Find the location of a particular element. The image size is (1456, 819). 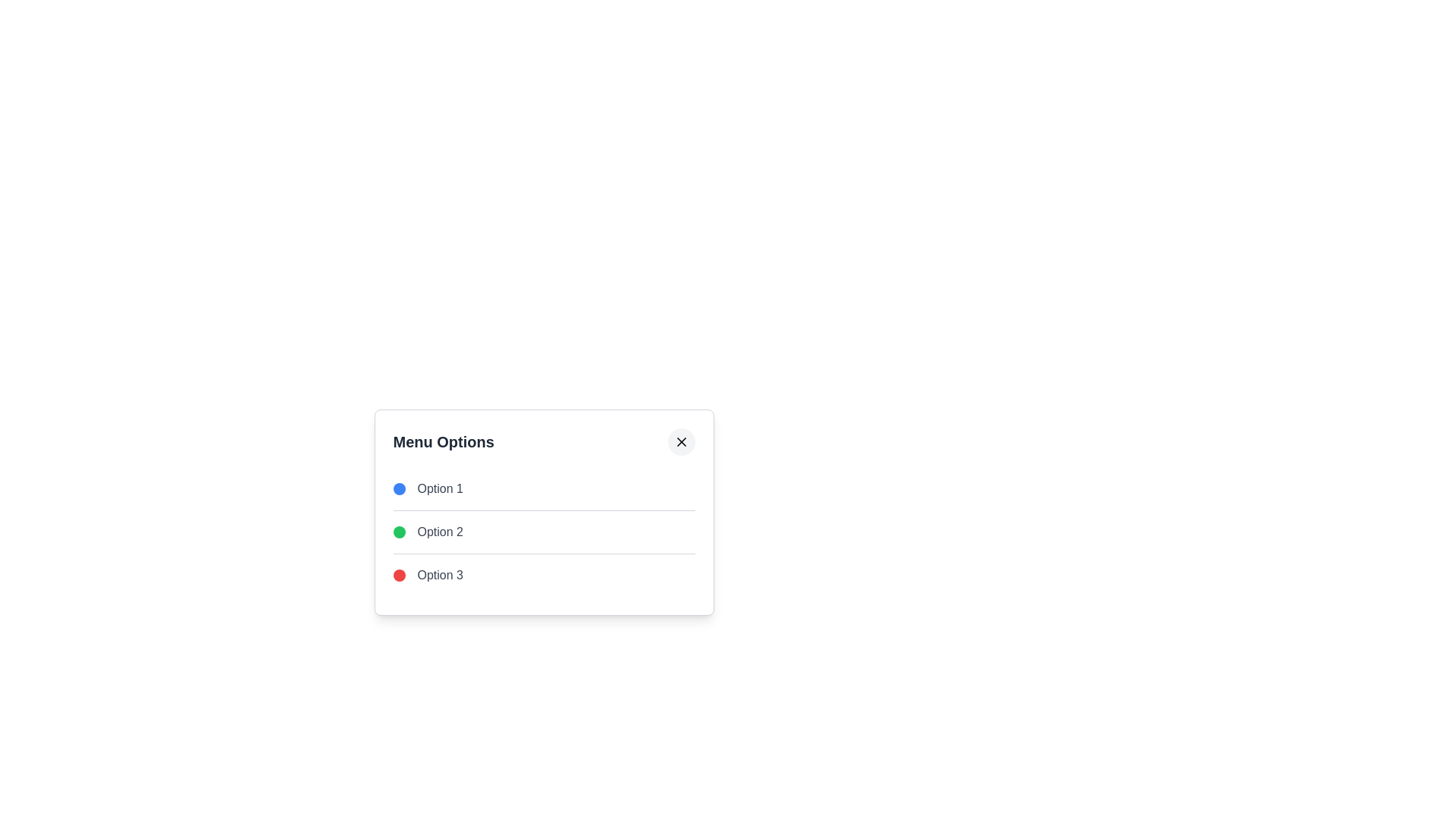

the list item labeled 'Option 3' is located at coordinates (544, 575).